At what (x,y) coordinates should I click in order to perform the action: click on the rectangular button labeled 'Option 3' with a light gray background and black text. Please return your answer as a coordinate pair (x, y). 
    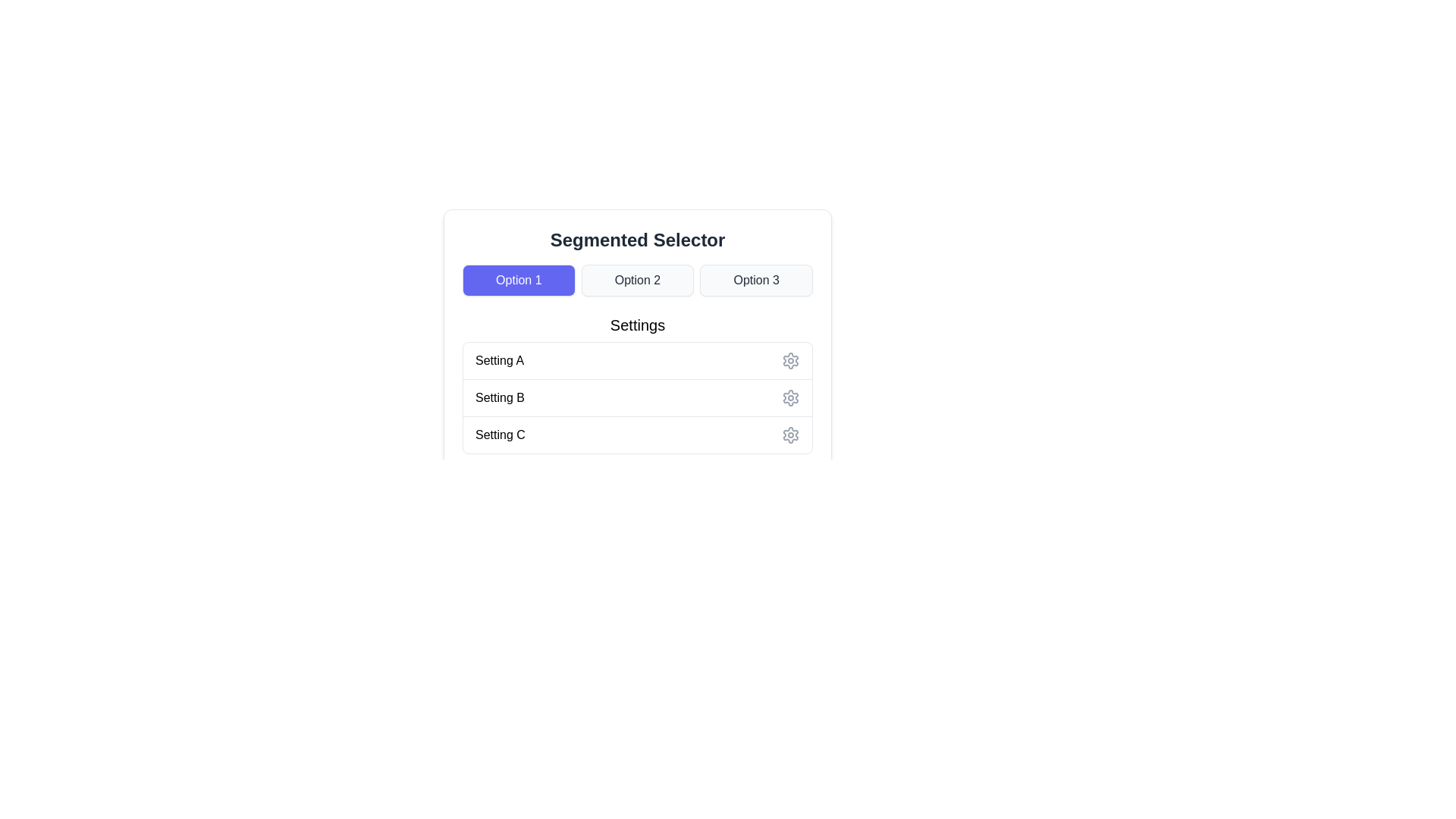
    Looking at the image, I should click on (756, 281).